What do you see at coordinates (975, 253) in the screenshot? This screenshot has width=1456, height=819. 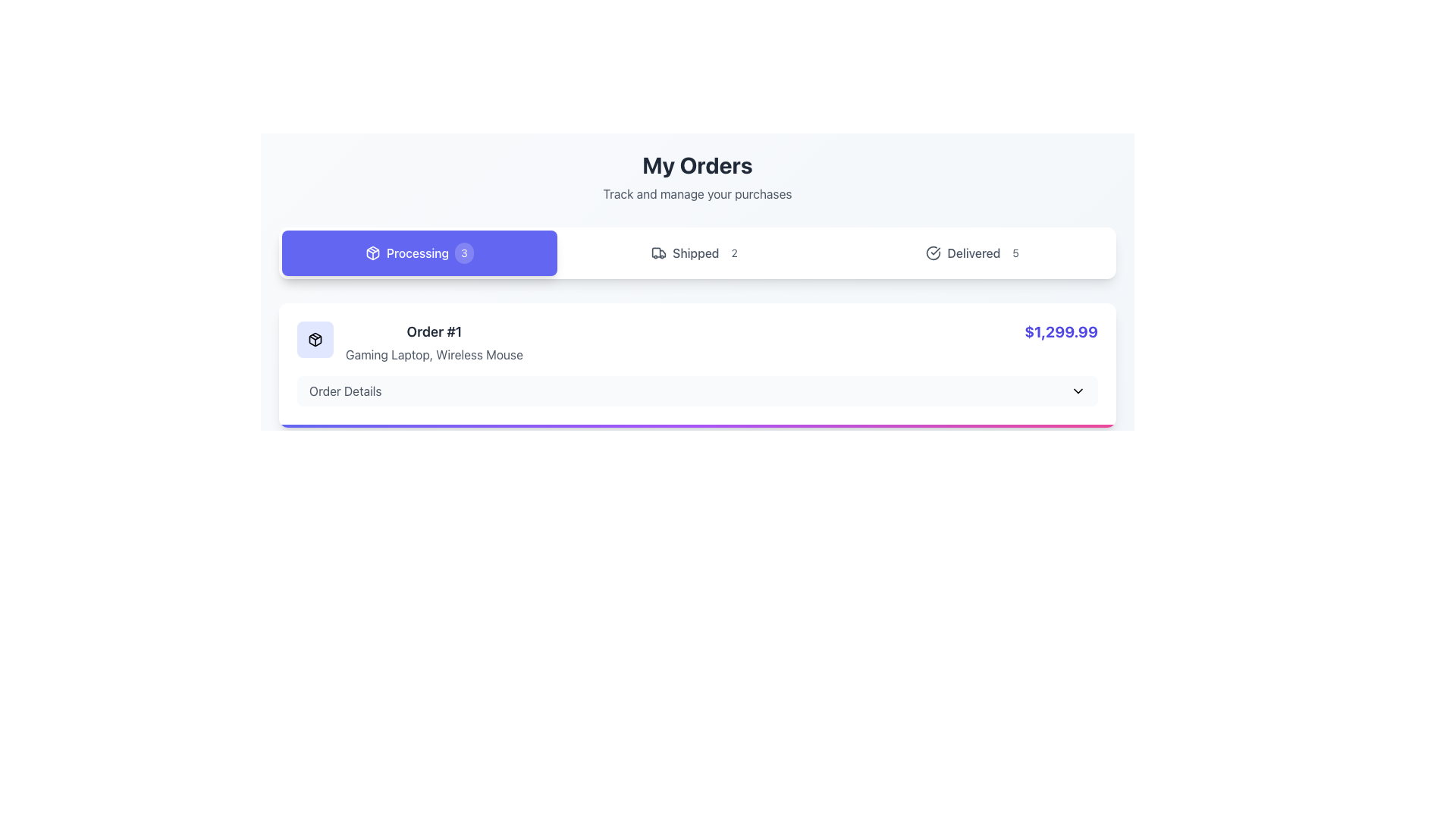 I see `the Clickable status filter button that indicates the status of delivered items, allowing keyboard navigation` at bounding box center [975, 253].